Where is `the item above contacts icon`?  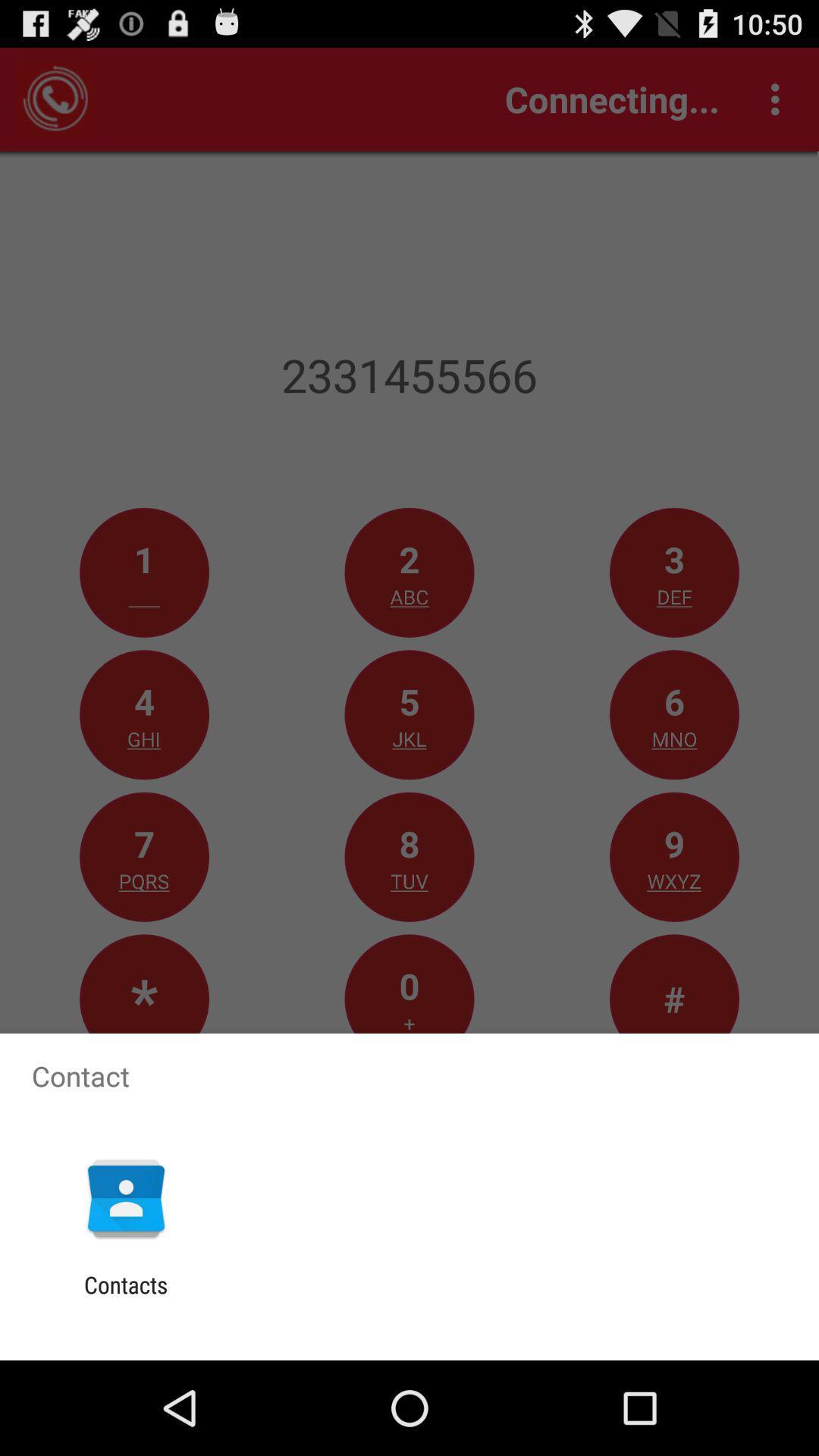 the item above contacts icon is located at coordinates (125, 1197).